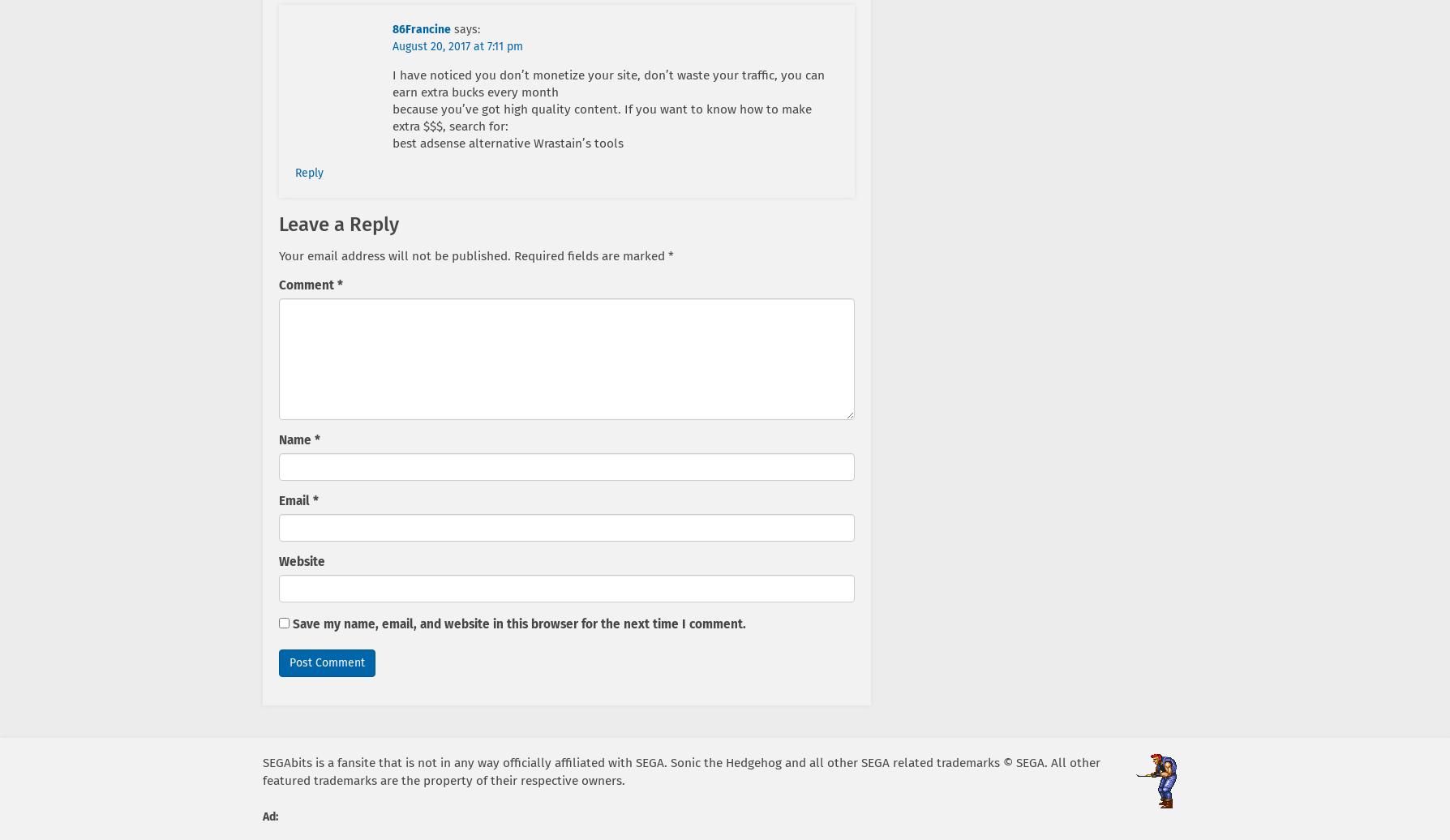 The image size is (1450, 840). I want to click on 'Website', so click(301, 561).